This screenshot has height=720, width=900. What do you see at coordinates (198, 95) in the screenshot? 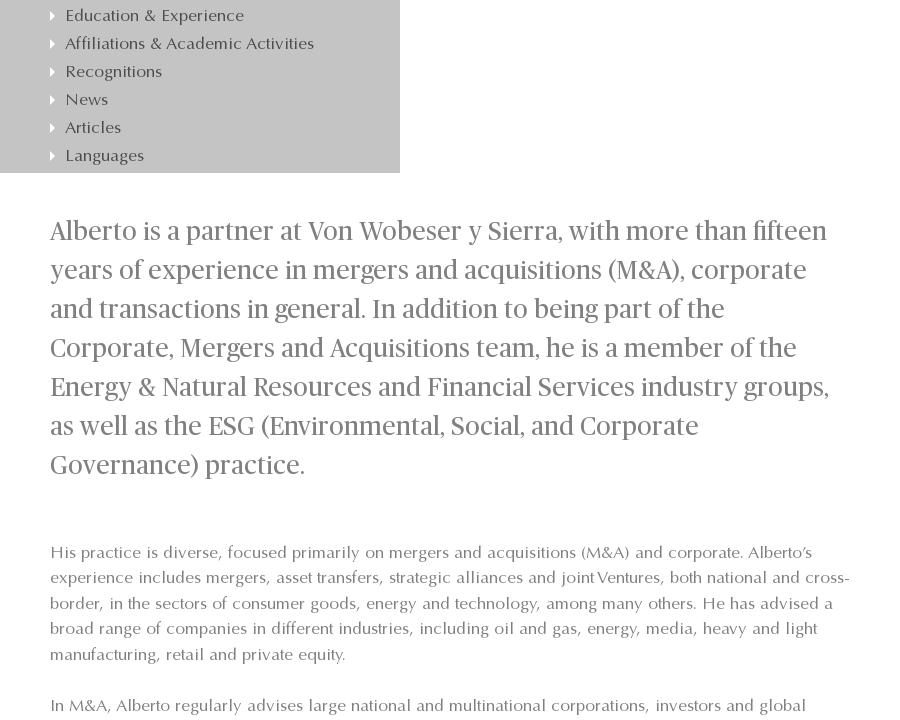
I see `'Member of the Association of International Petroleum Negotiators, since 2015.'` at bounding box center [198, 95].